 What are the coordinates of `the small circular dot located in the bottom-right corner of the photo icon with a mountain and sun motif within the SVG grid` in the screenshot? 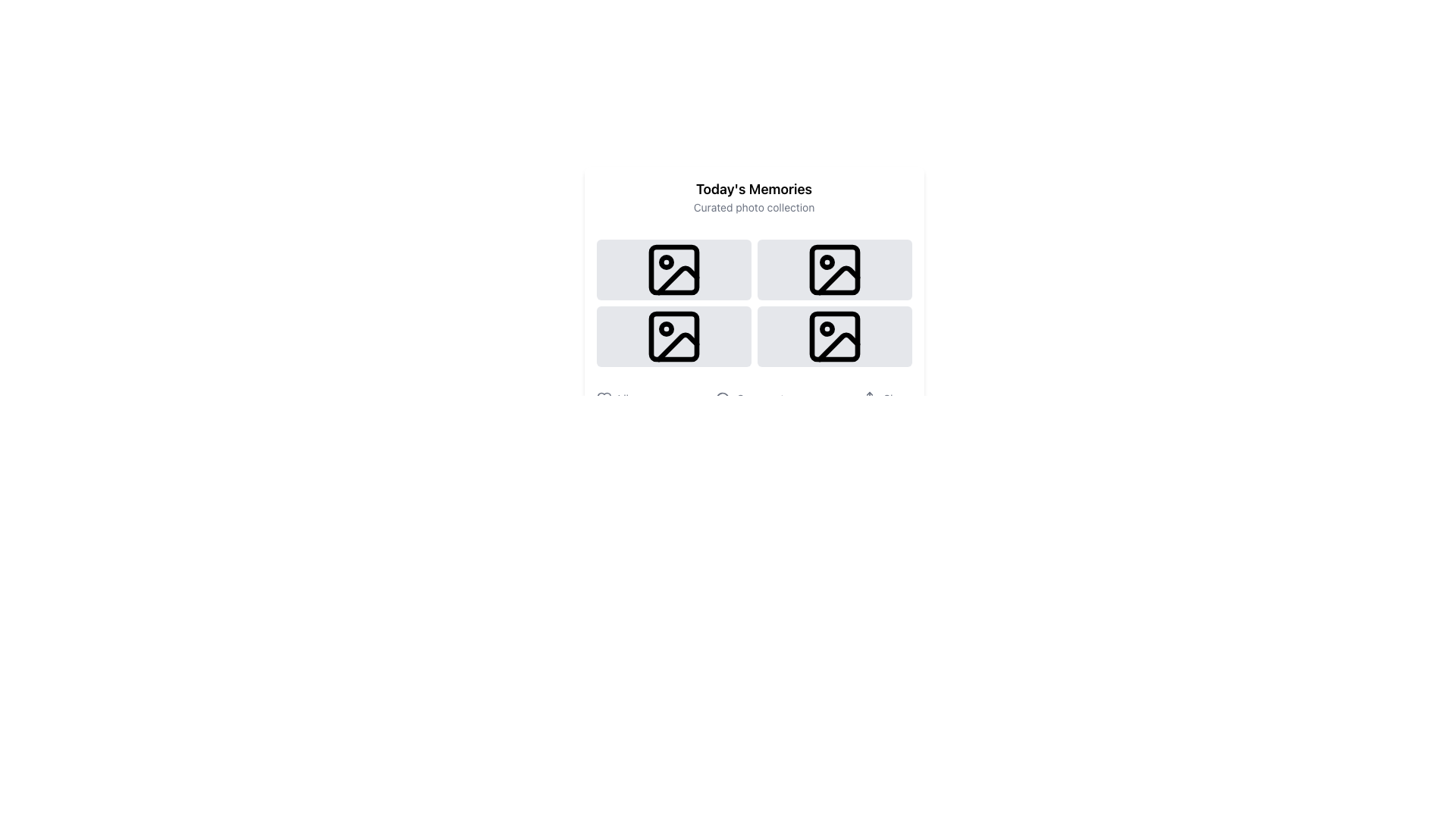 It's located at (826, 328).